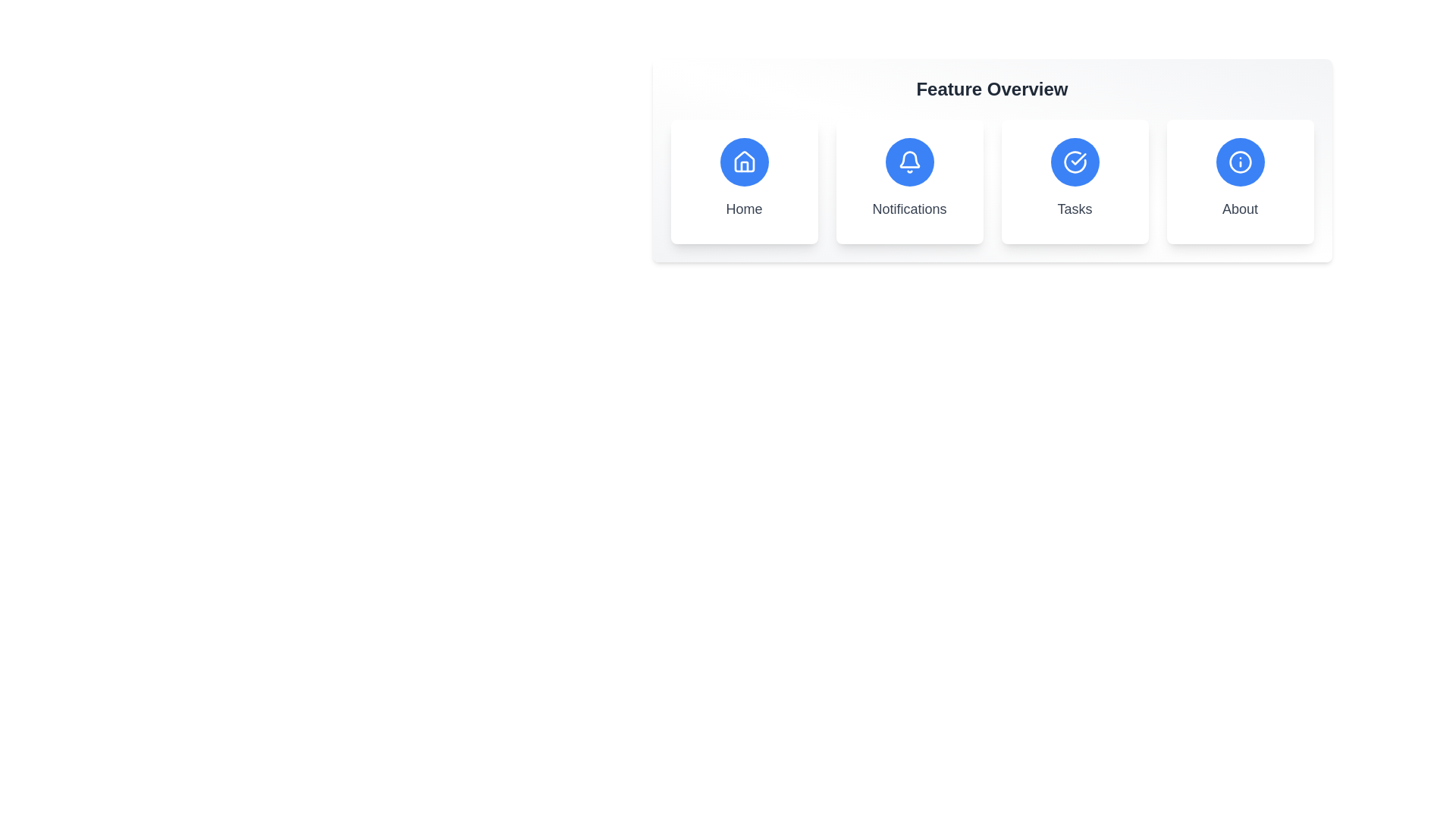 Image resolution: width=1456 pixels, height=819 pixels. Describe the element at coordinates (744, 162) in the screenshot. I see `the blue circular interactive icon button with a white house icon, located under the 'Feature Overview' header` at that location.